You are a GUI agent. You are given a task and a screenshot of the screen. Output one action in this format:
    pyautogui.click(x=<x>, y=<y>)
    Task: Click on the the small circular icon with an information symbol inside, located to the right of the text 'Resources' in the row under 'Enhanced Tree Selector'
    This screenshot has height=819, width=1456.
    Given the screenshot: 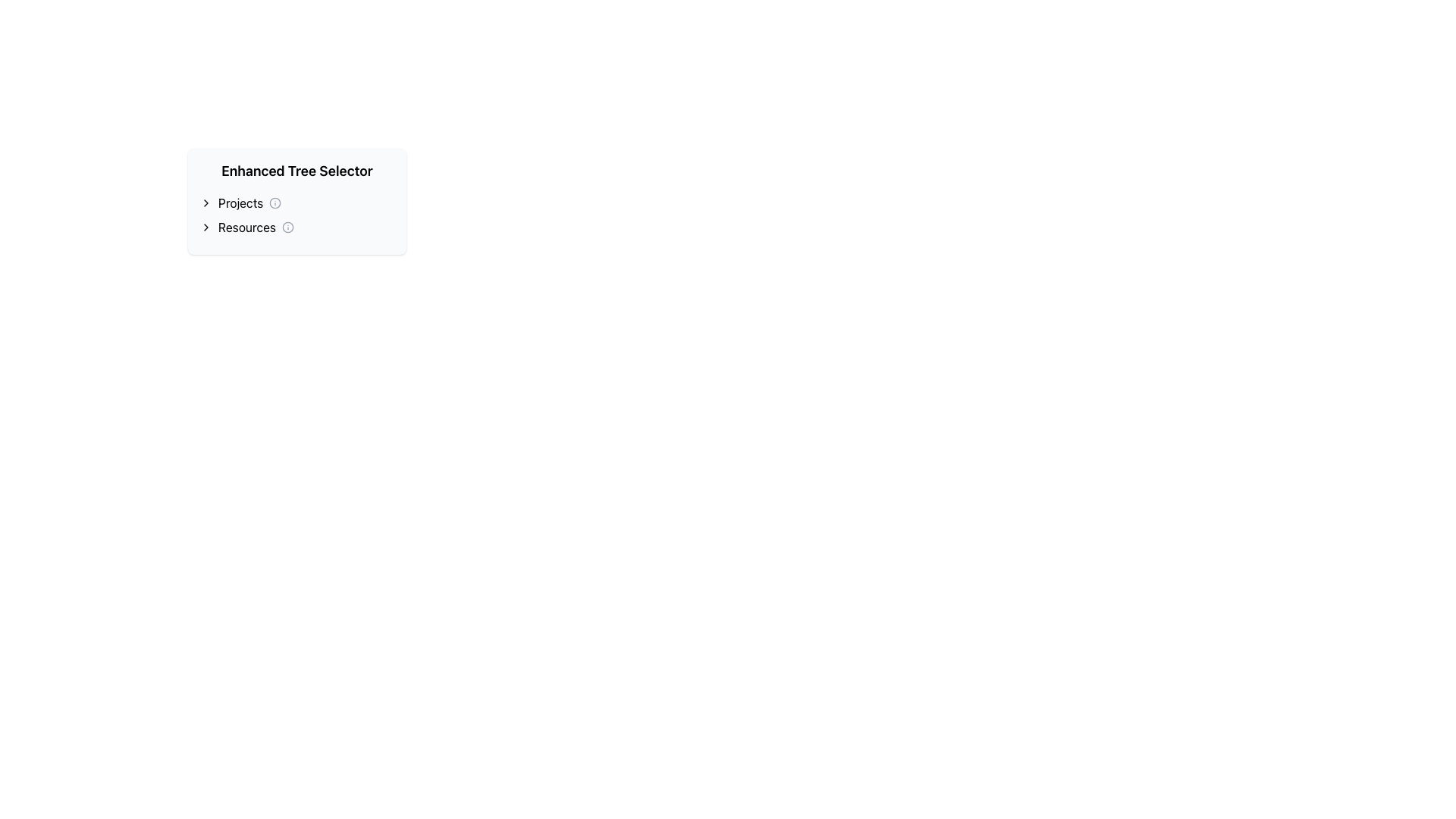 What is the action you would take?
    pyautogui.click(x=287, y=227)
    